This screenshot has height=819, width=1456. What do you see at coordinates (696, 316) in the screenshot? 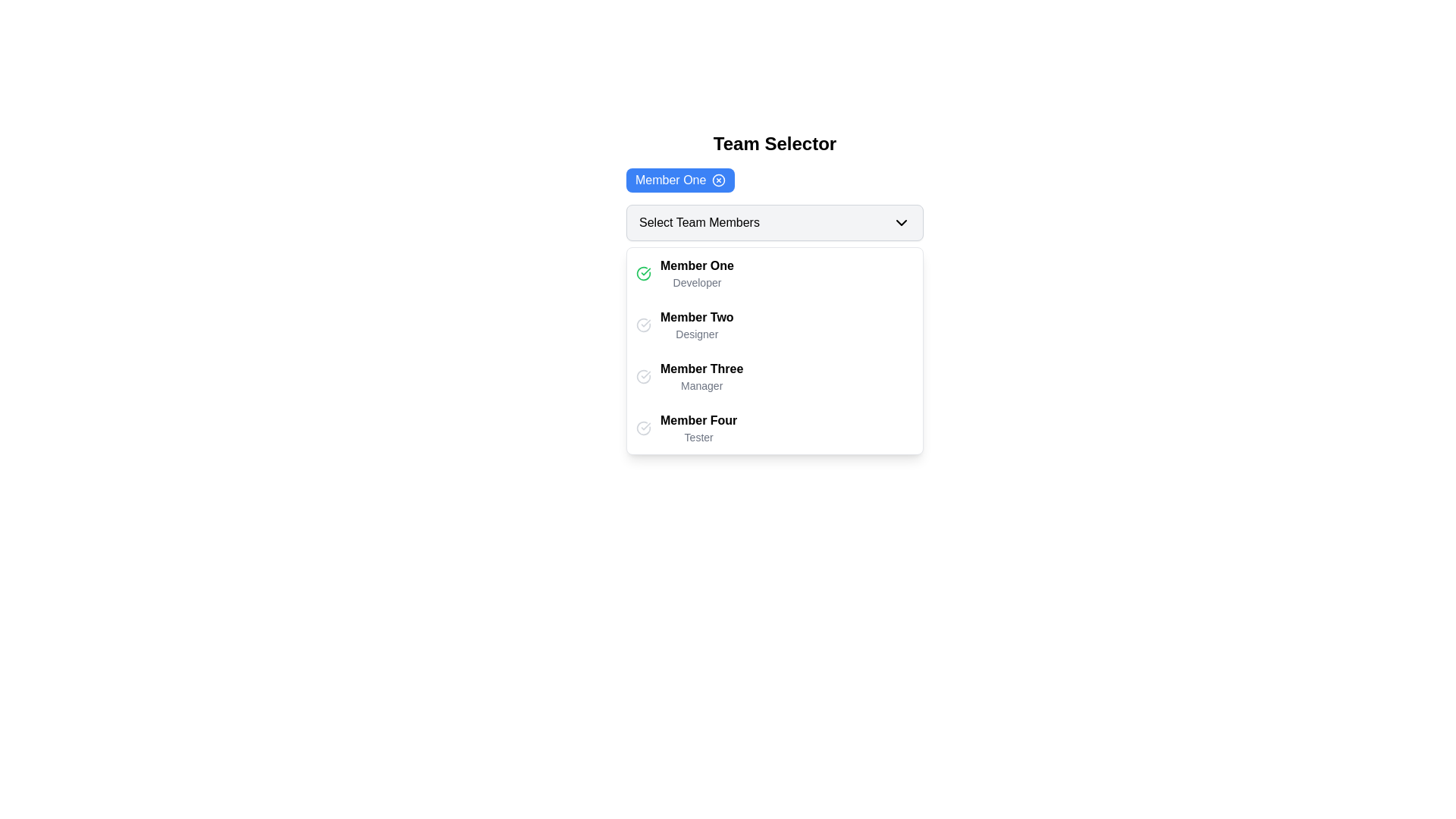
I see `text element representing 'Member Two' in the team selection dropdown menu, located above the subtitle 'Designer'` at bounding box center [696, 316].